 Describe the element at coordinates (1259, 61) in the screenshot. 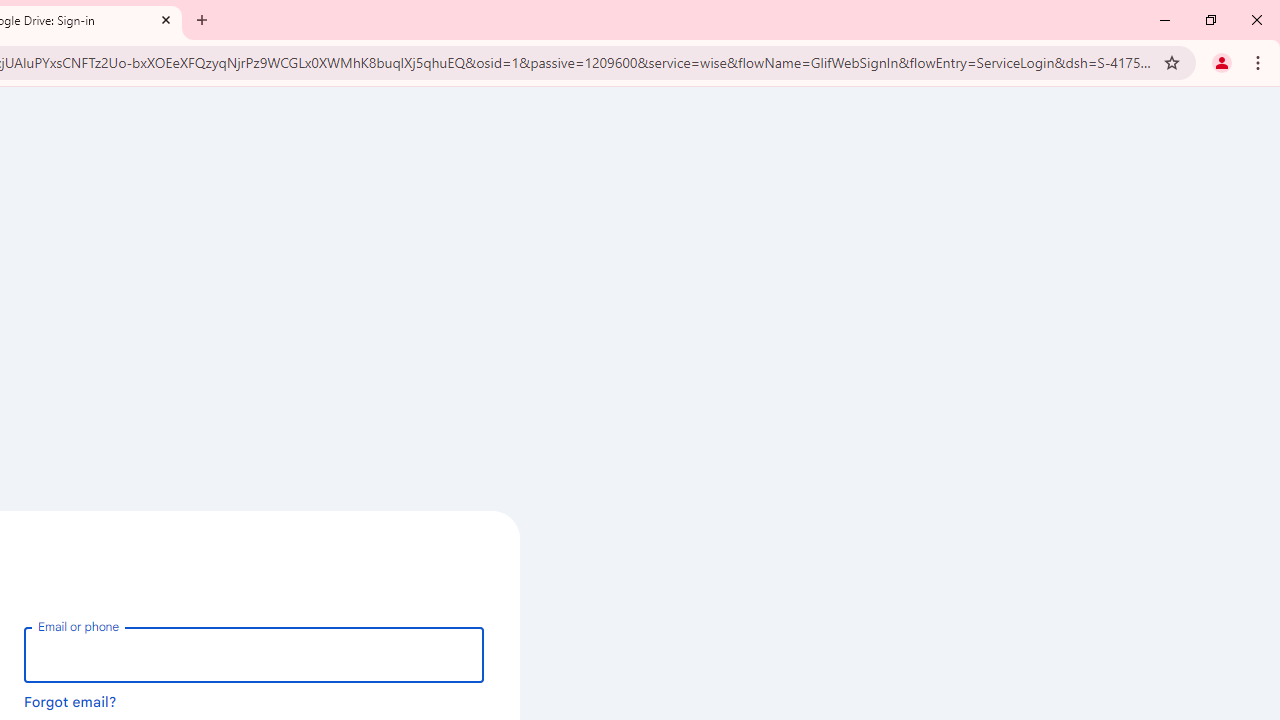

I see `'Chrome'` at that location.